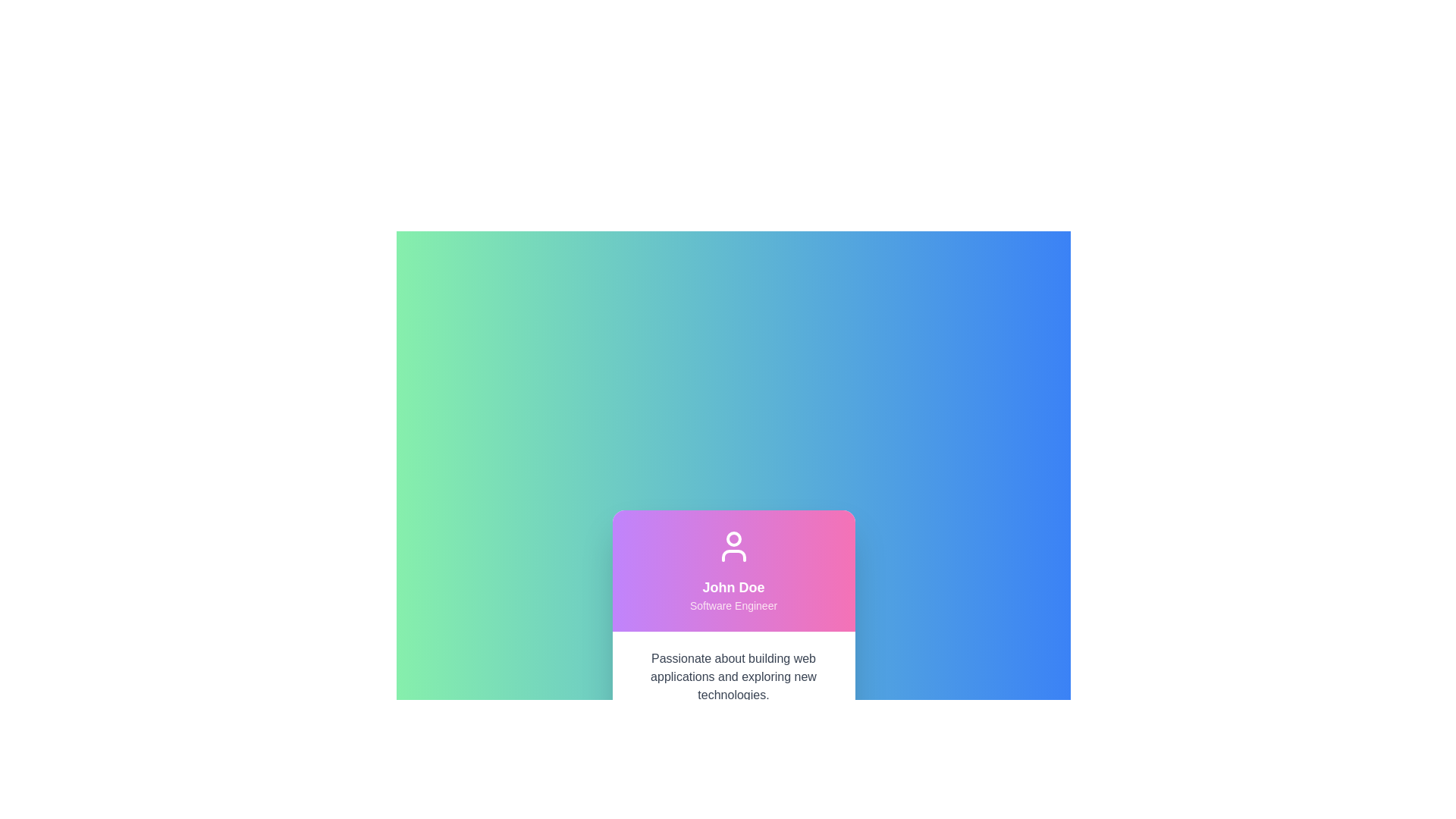 The height and width of the screenshot is (819, 1456). What do you see at coordinates (733, 604) in the screenshot?
I see `the Text Label indicating the professional title or role of the individual, located directly below the name 'John Doe' and centered within the background card` at bounding box center [733, 604].